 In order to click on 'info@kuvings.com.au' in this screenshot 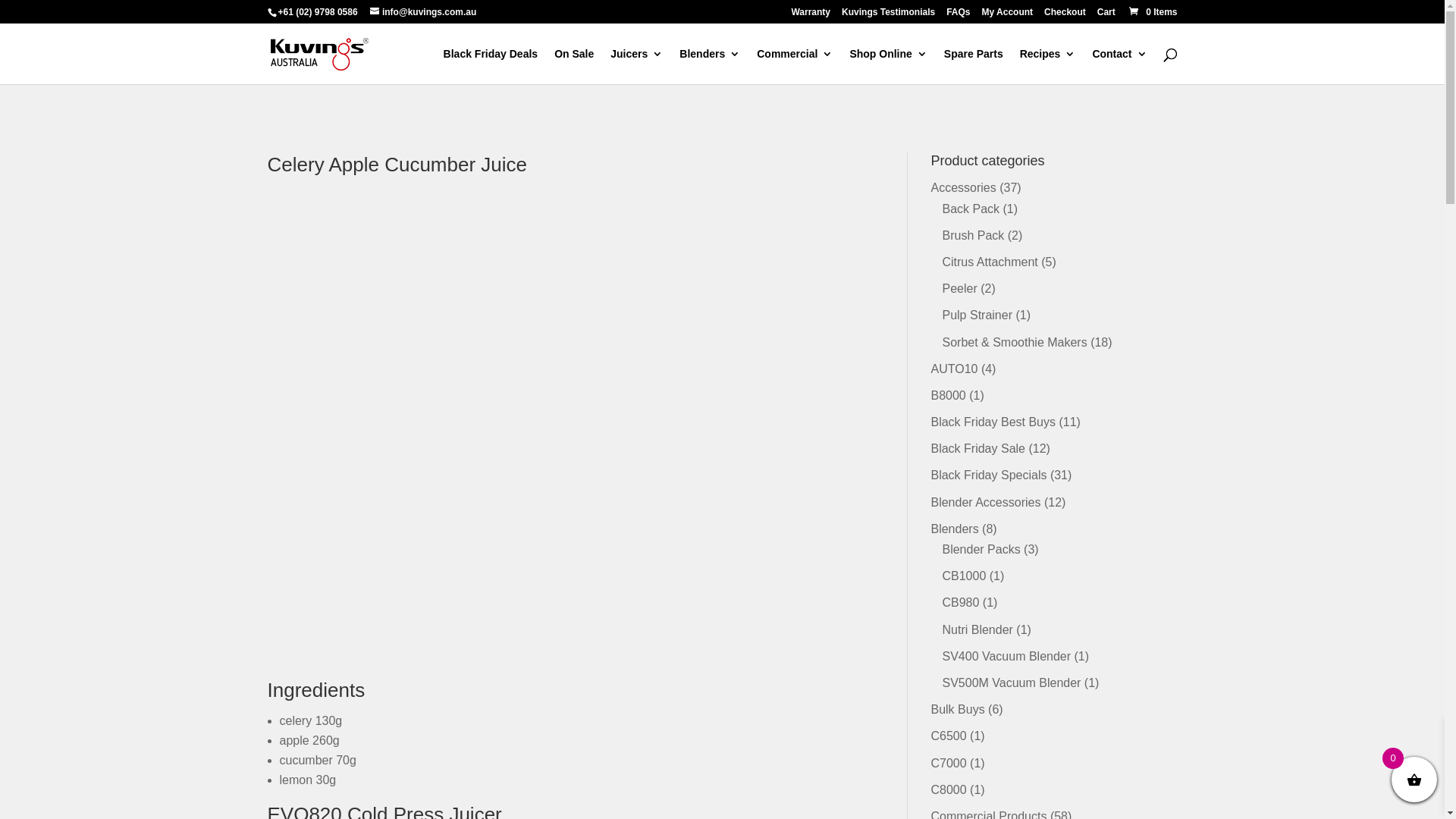, I will do `click(422, 11)`.